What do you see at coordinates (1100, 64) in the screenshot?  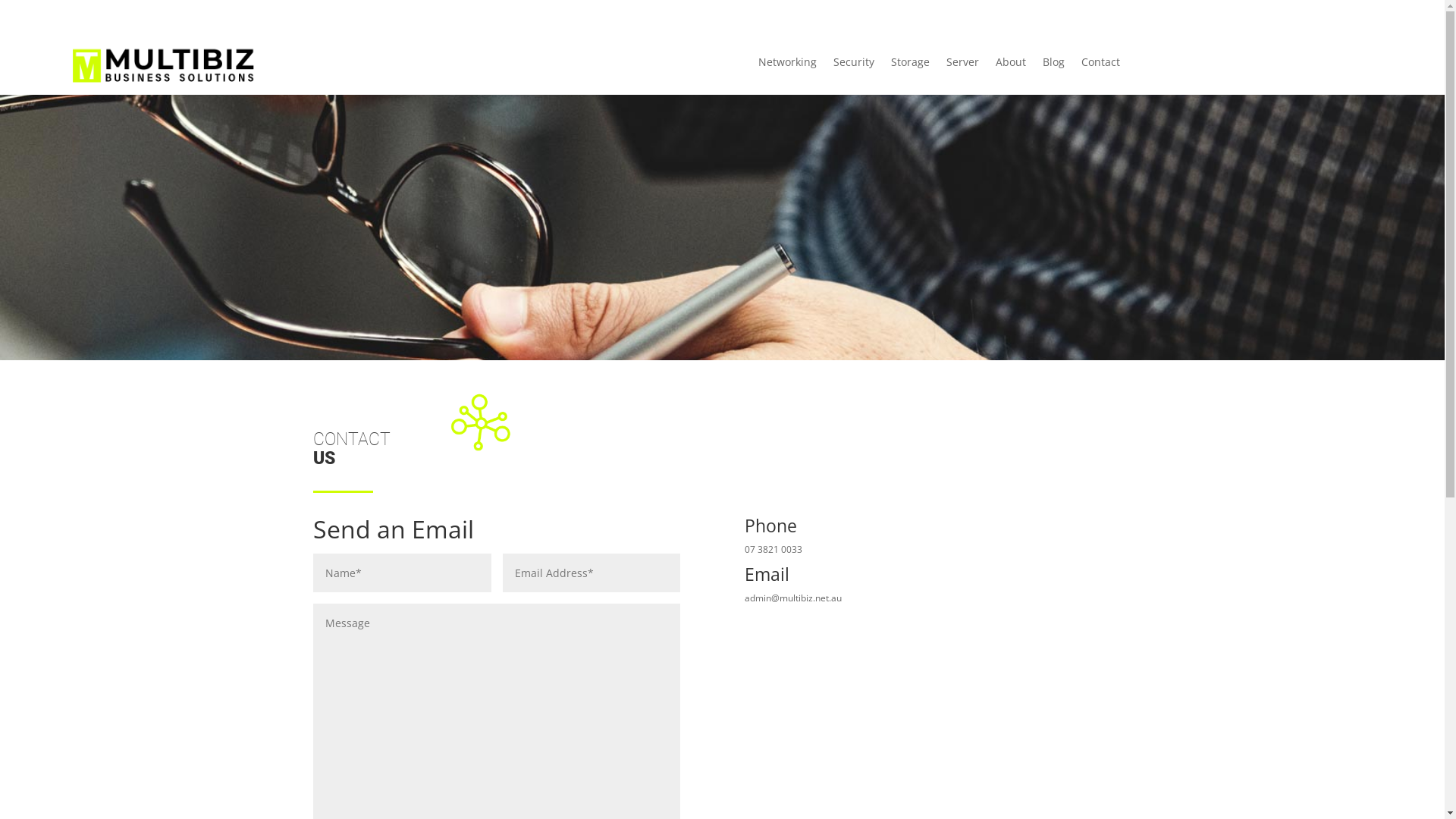 I see `'Contact'` at bounding box center [1100, 64].